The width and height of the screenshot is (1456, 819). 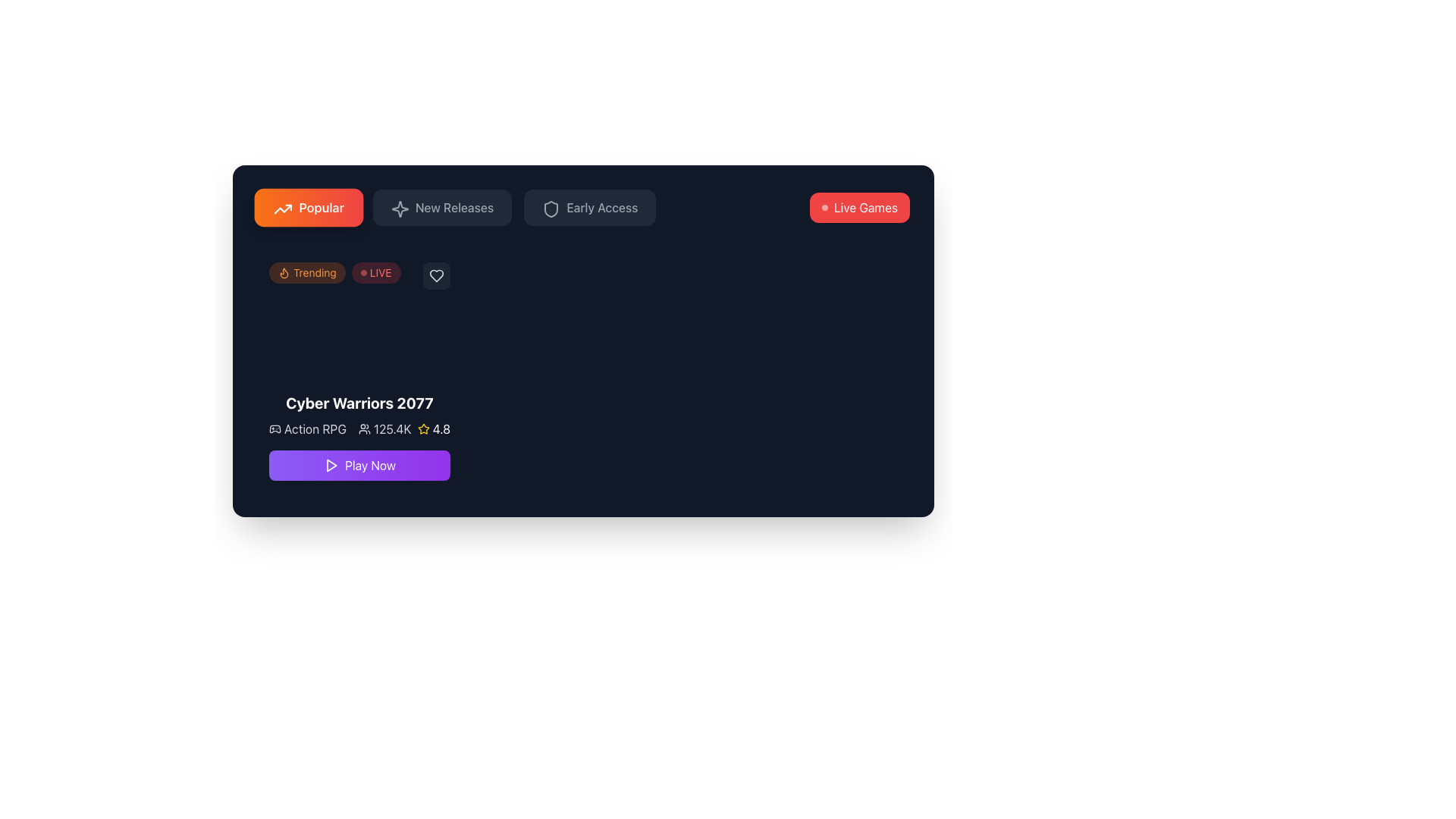 What do you see at coordinates (398, 207) in the screenshot?
I see `the decorative icon located on the left side of the 'New Releases' button` at bounding box center [398, 207].